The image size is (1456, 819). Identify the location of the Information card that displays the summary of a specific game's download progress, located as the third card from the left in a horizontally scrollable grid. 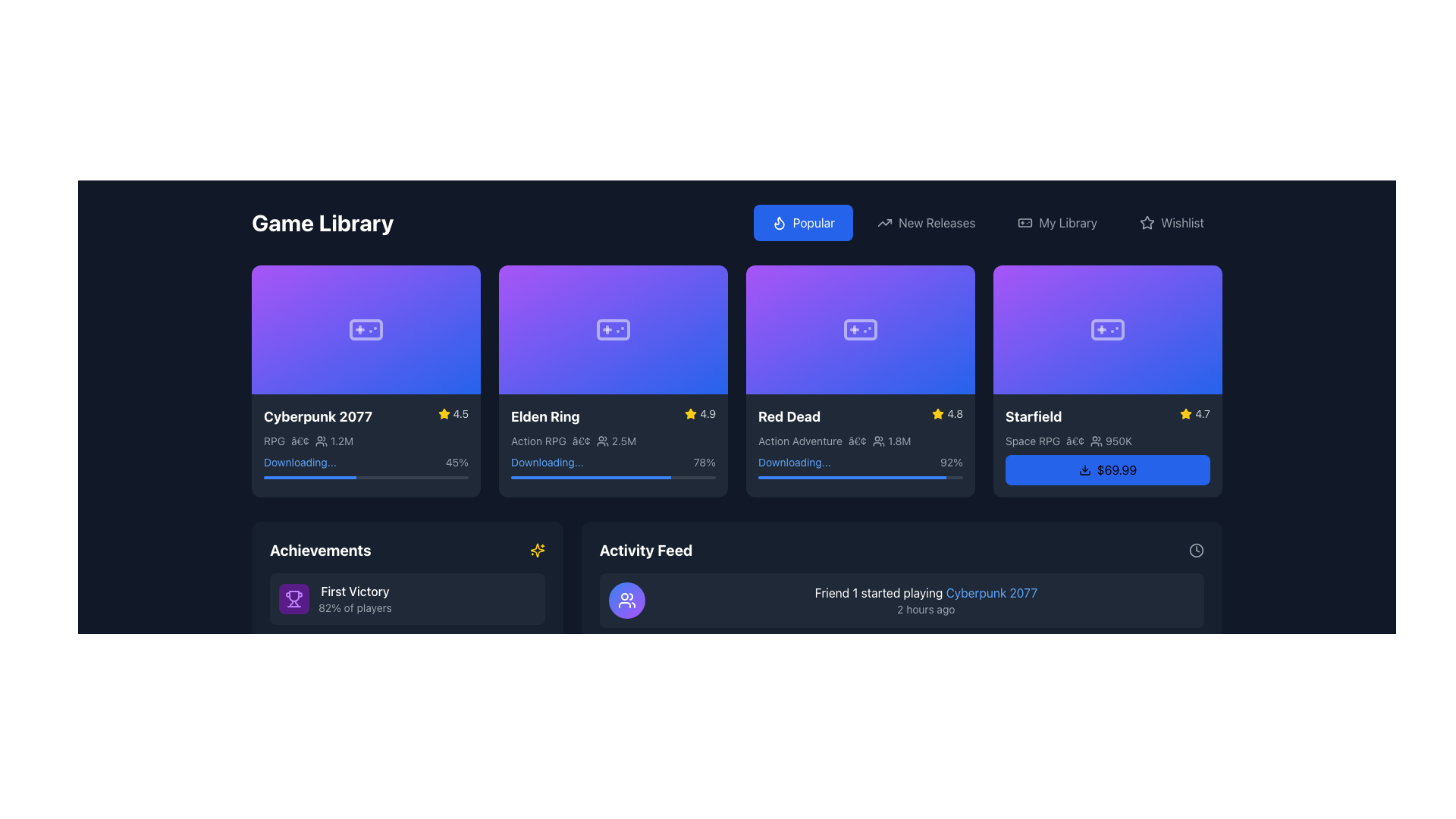
(860, 441).